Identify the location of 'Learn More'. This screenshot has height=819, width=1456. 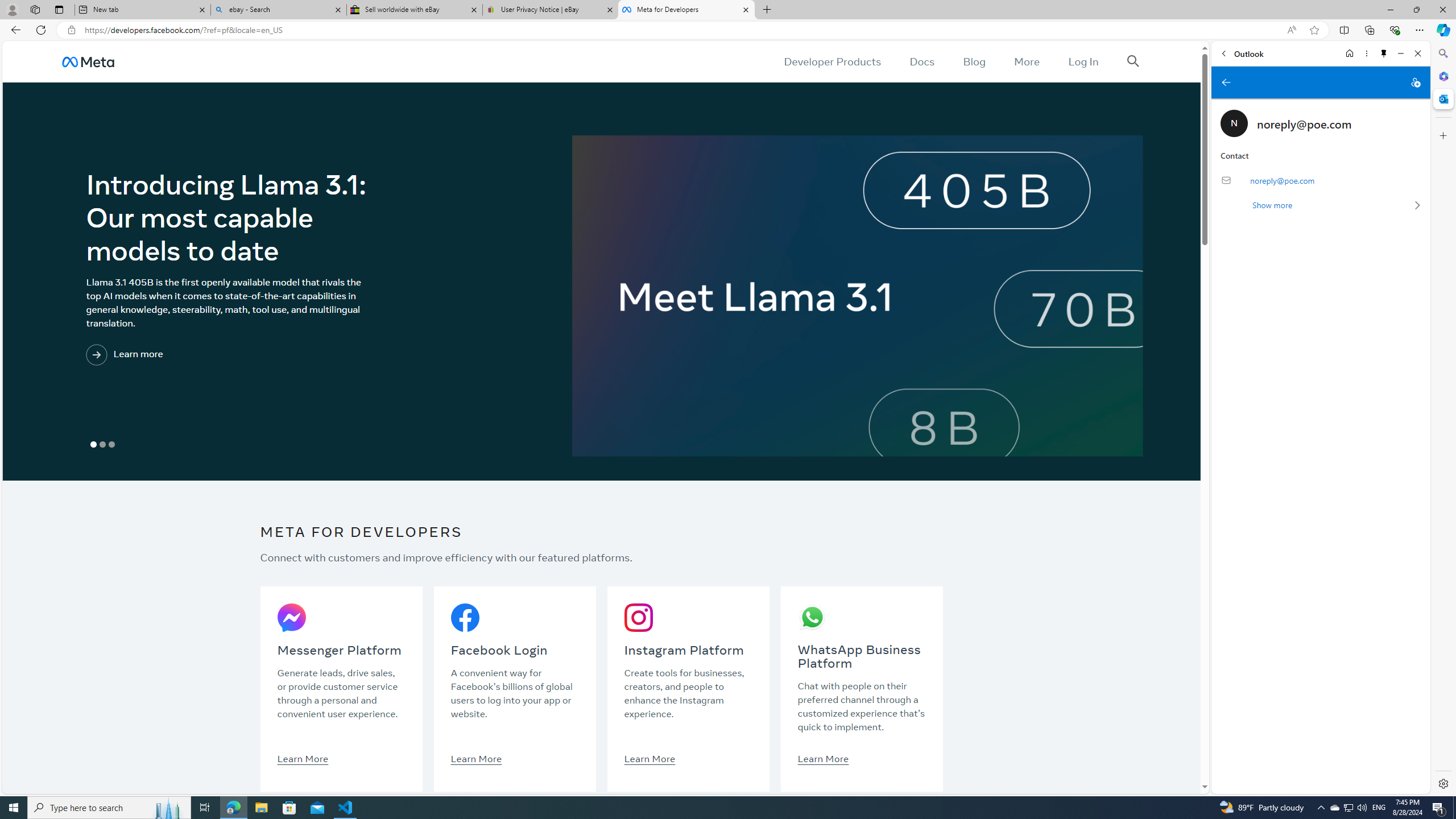
(823, 758).